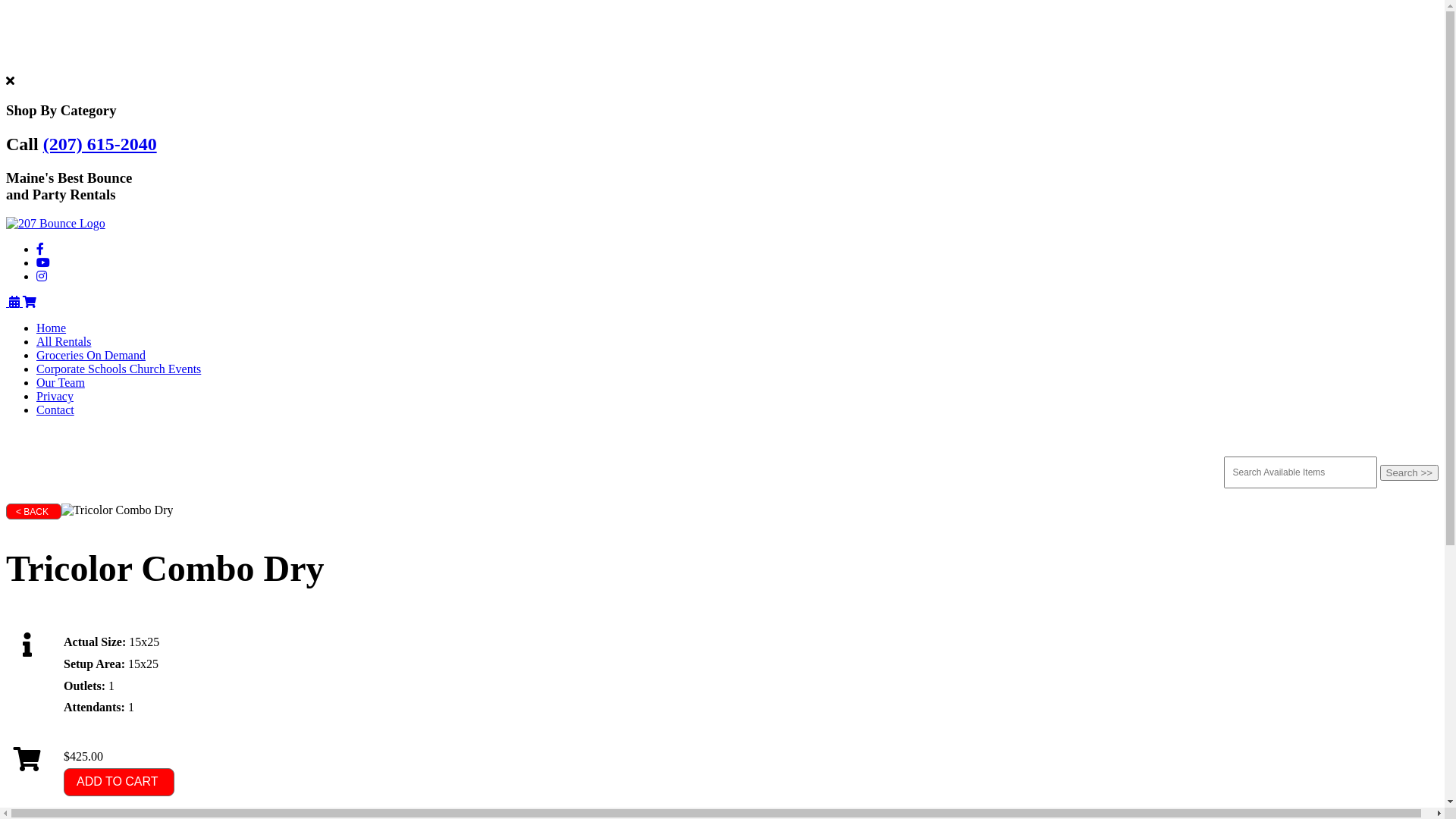 Image resolution: width=1456 pixels, height=819 pixels. I want to click on '(207) 615-2040', so click(99, 143).